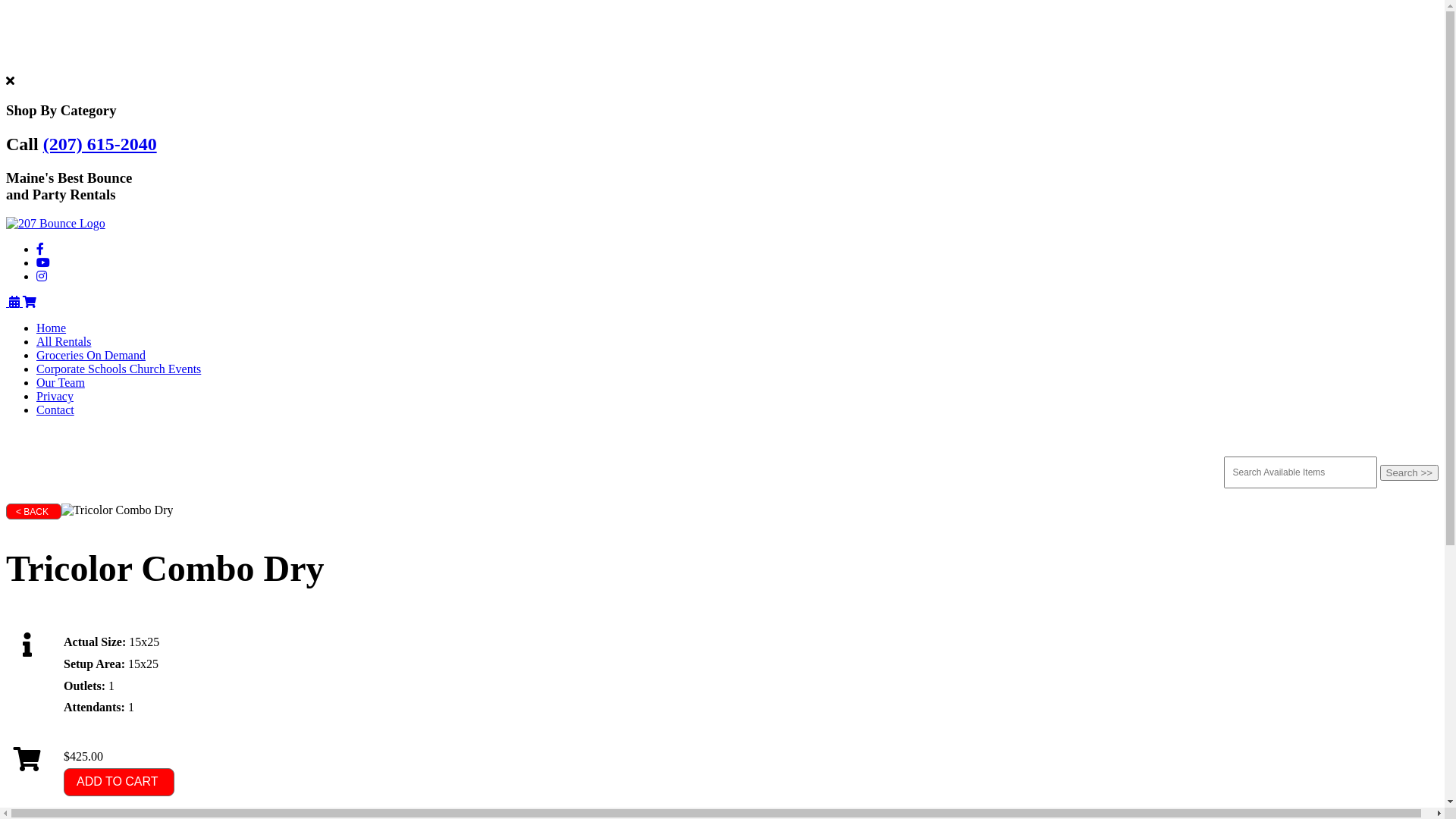 Image resolution: width=1456 pixels, height=819 pixels. I want to click on '(207) 615-2040', so click(99, 143).